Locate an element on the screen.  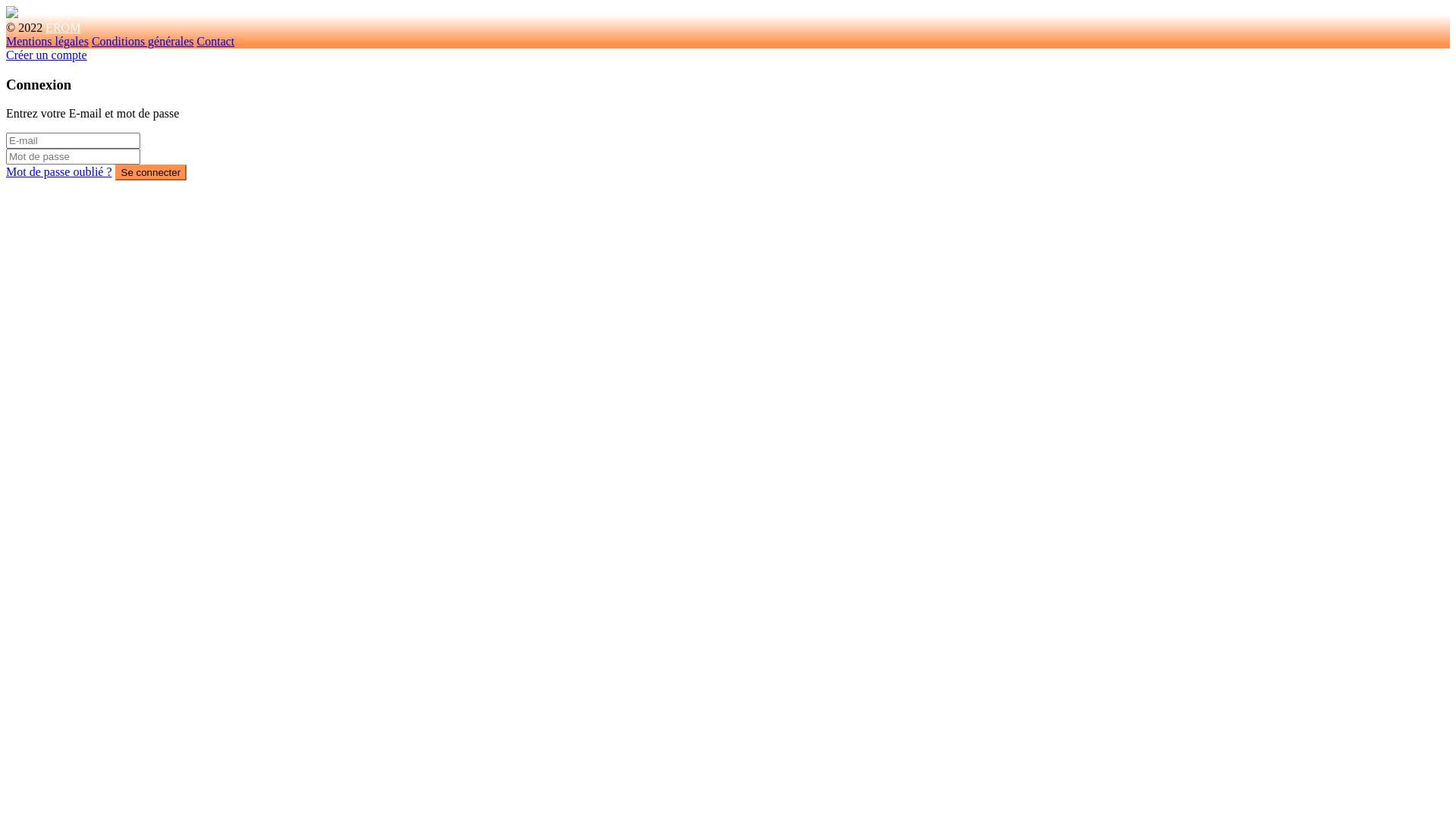
'EROM' is located at coordinates (61, 27).